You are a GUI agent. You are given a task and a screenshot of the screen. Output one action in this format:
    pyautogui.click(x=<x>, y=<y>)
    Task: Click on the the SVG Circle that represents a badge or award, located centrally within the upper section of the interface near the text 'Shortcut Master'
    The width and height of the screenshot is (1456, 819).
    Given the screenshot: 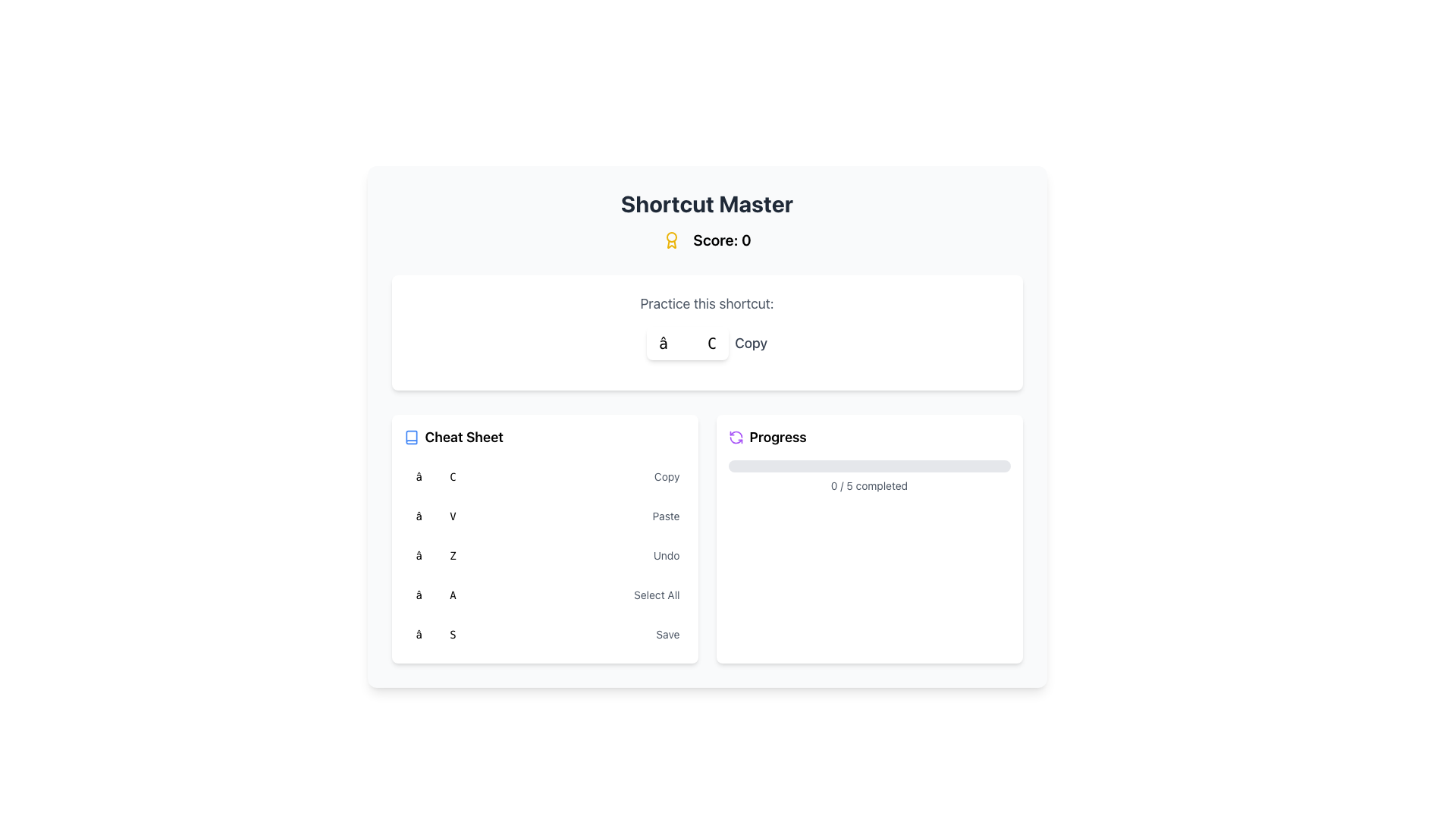 What is the action you would take?
    pyautogui.click(x=671, y=237)
    